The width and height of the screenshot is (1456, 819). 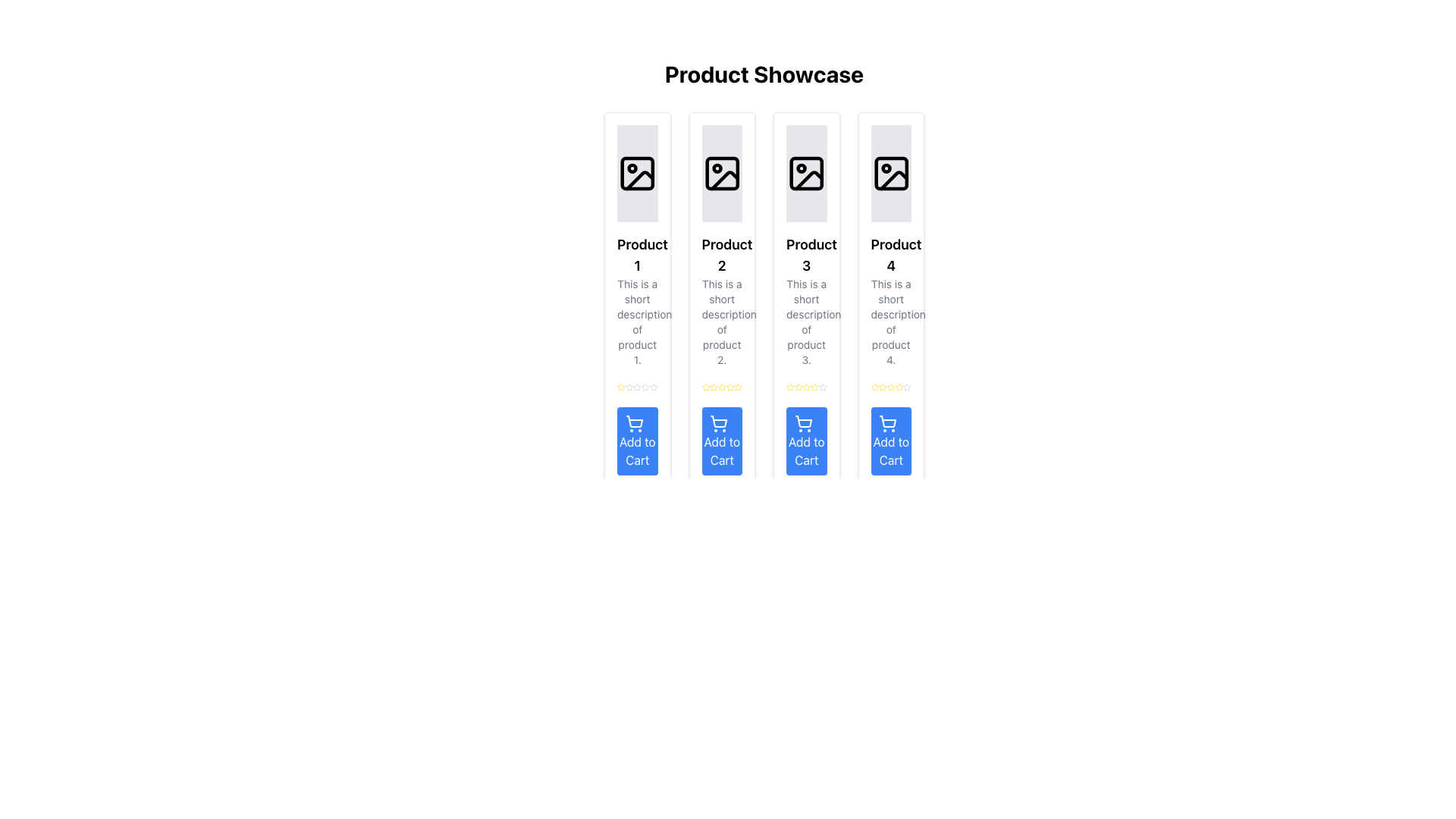 What do you see at coordinates (634, 421) in the screenshot?
I see `the shopping cart icon located inside the 'Add to Cart' button of the second product in the product showcase grid` at bounding box center [634, 421].